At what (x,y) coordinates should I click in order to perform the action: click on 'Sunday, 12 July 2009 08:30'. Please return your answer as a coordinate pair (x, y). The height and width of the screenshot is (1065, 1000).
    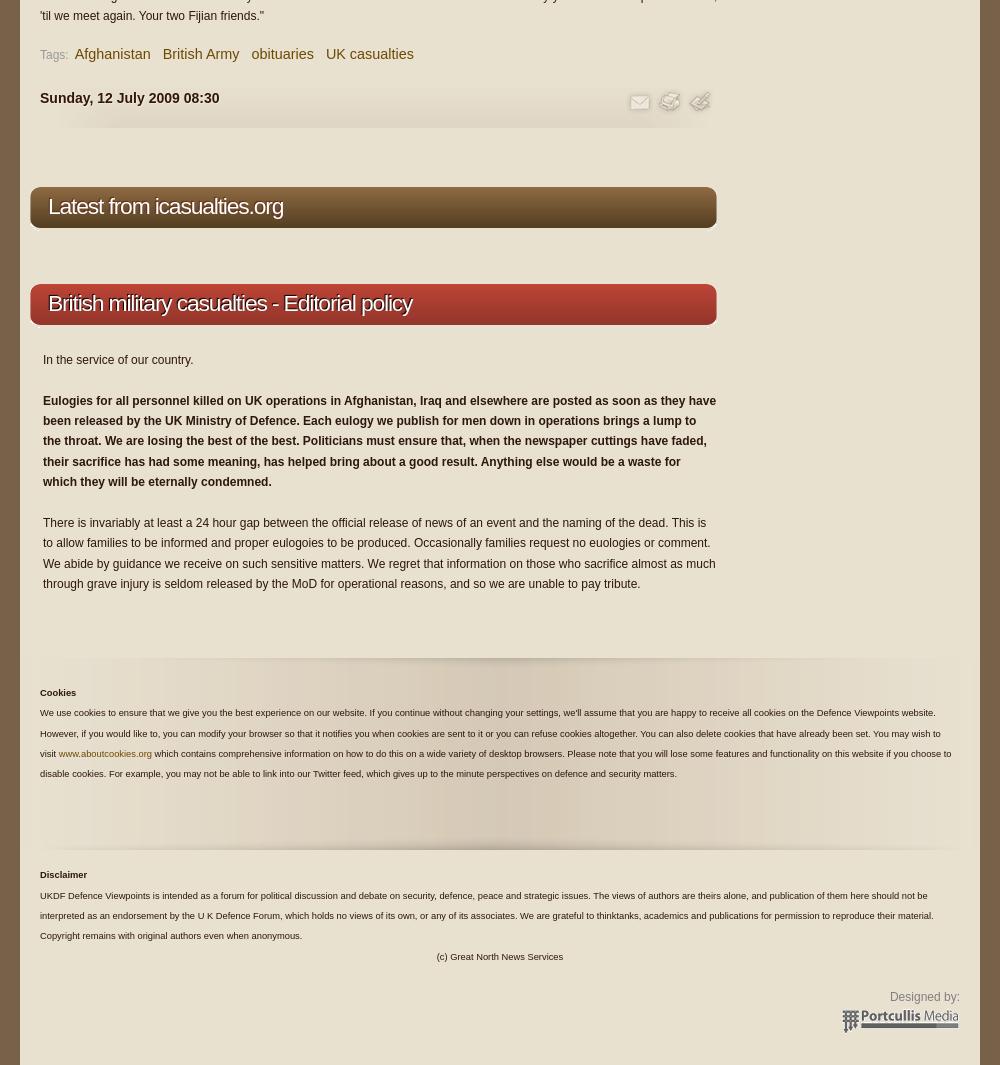
    Looking at the image, I should click on (129, 96).